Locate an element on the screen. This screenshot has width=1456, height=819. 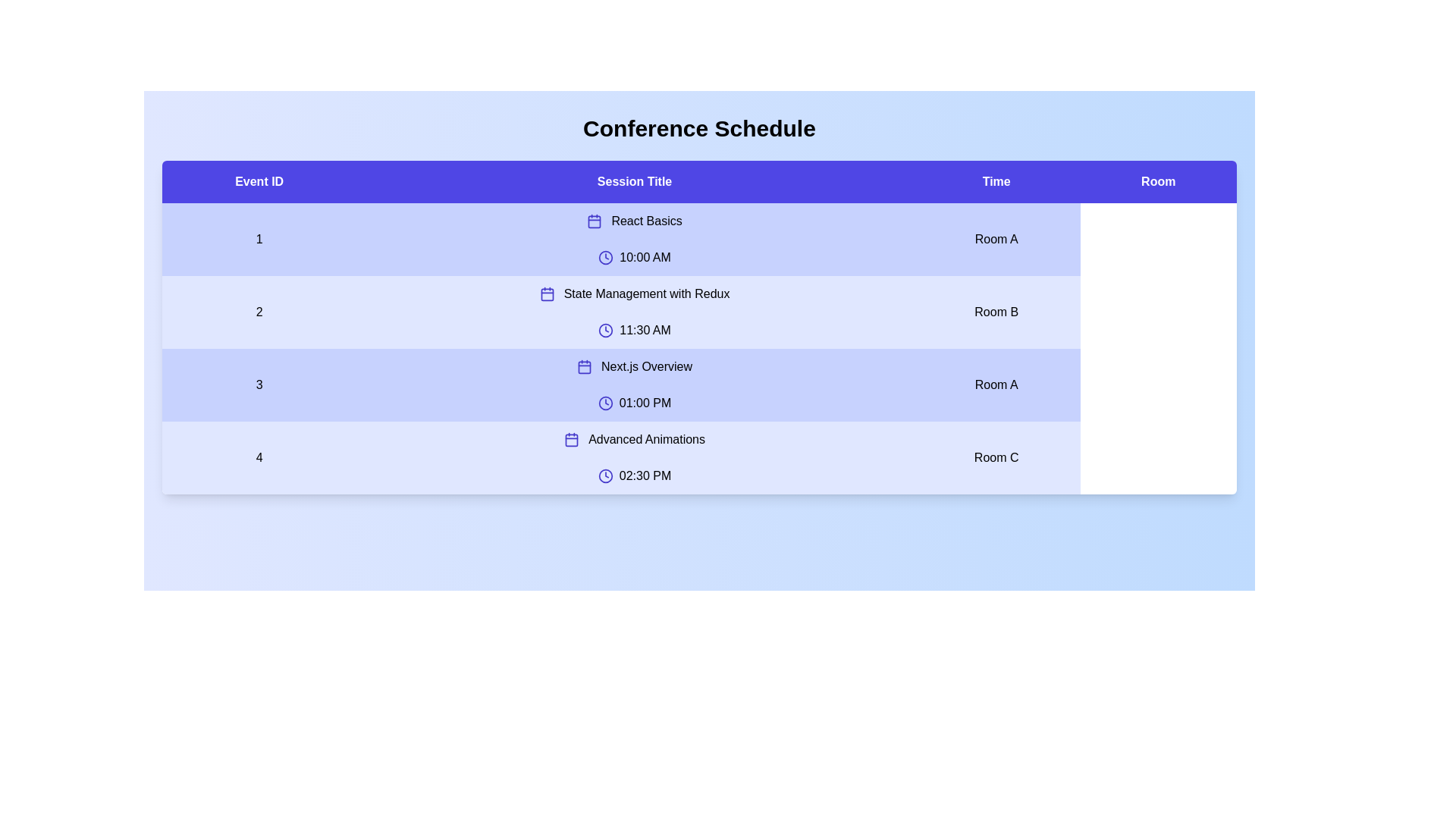
the row corresponding to 3 is located at coordinates (698, 384).